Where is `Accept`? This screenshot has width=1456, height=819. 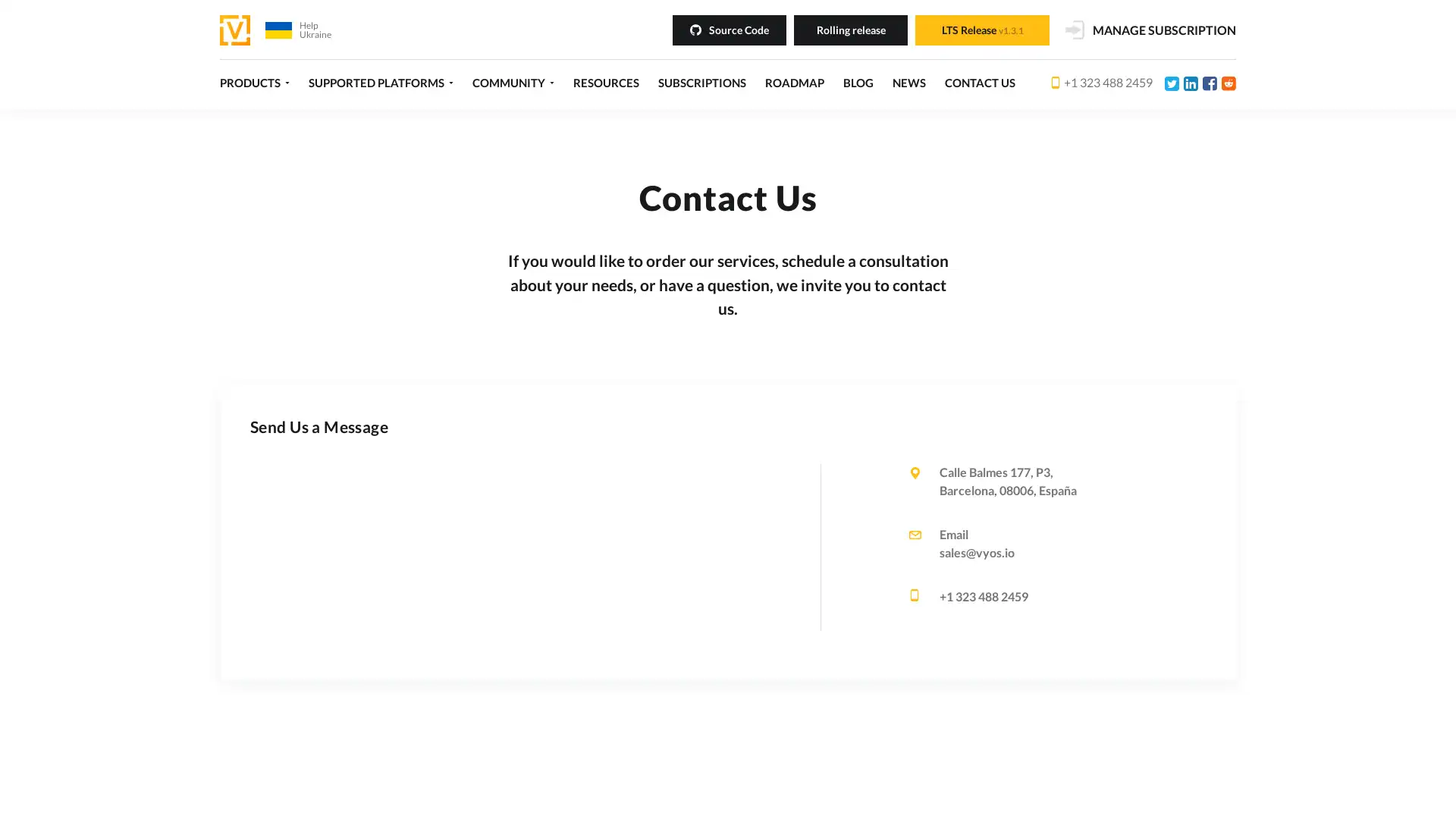 Accept is located at coordinates (934, 783).